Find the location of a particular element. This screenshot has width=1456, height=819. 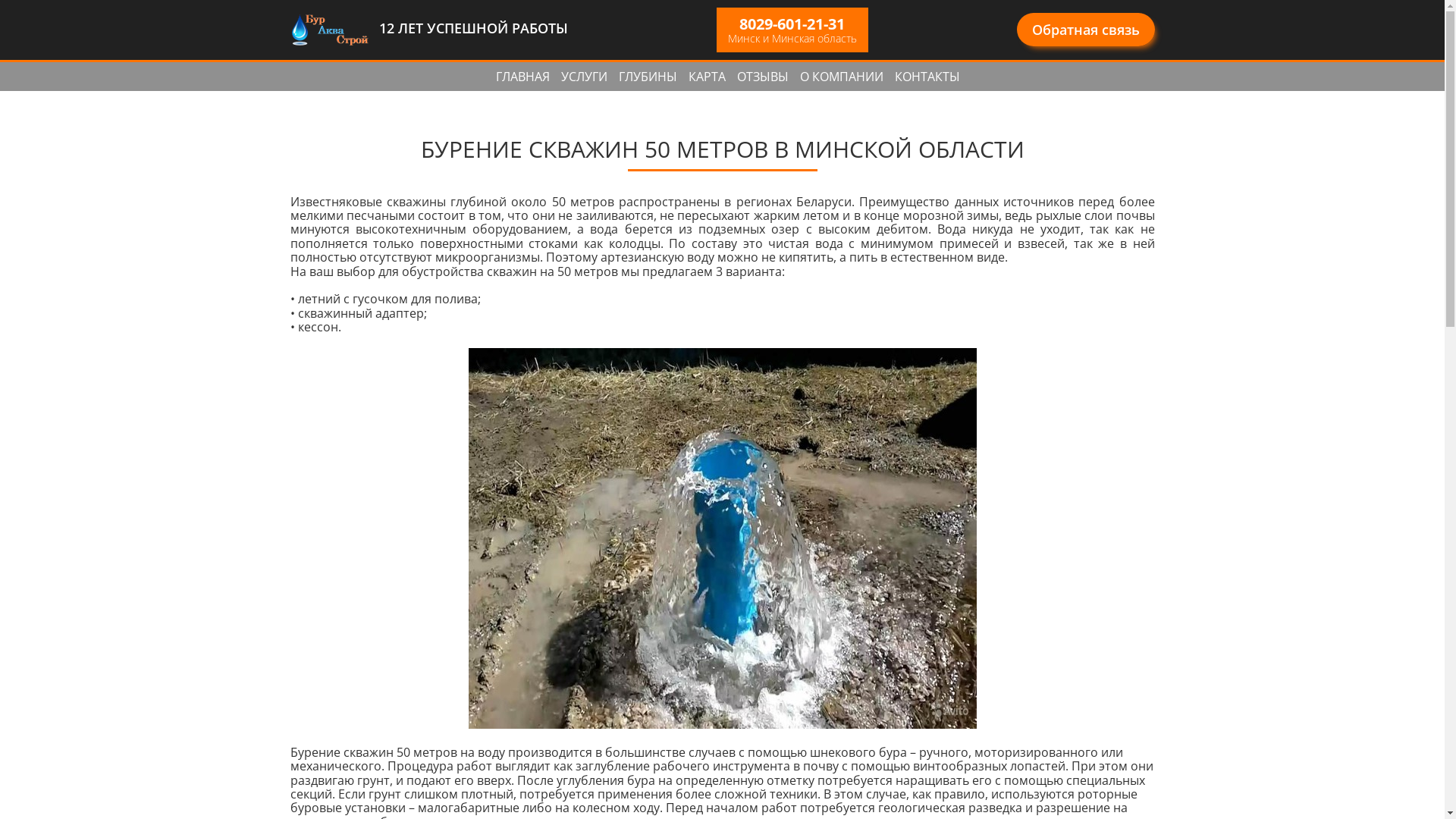

'8029-601-21-31' is located at coordinates (791, 24).